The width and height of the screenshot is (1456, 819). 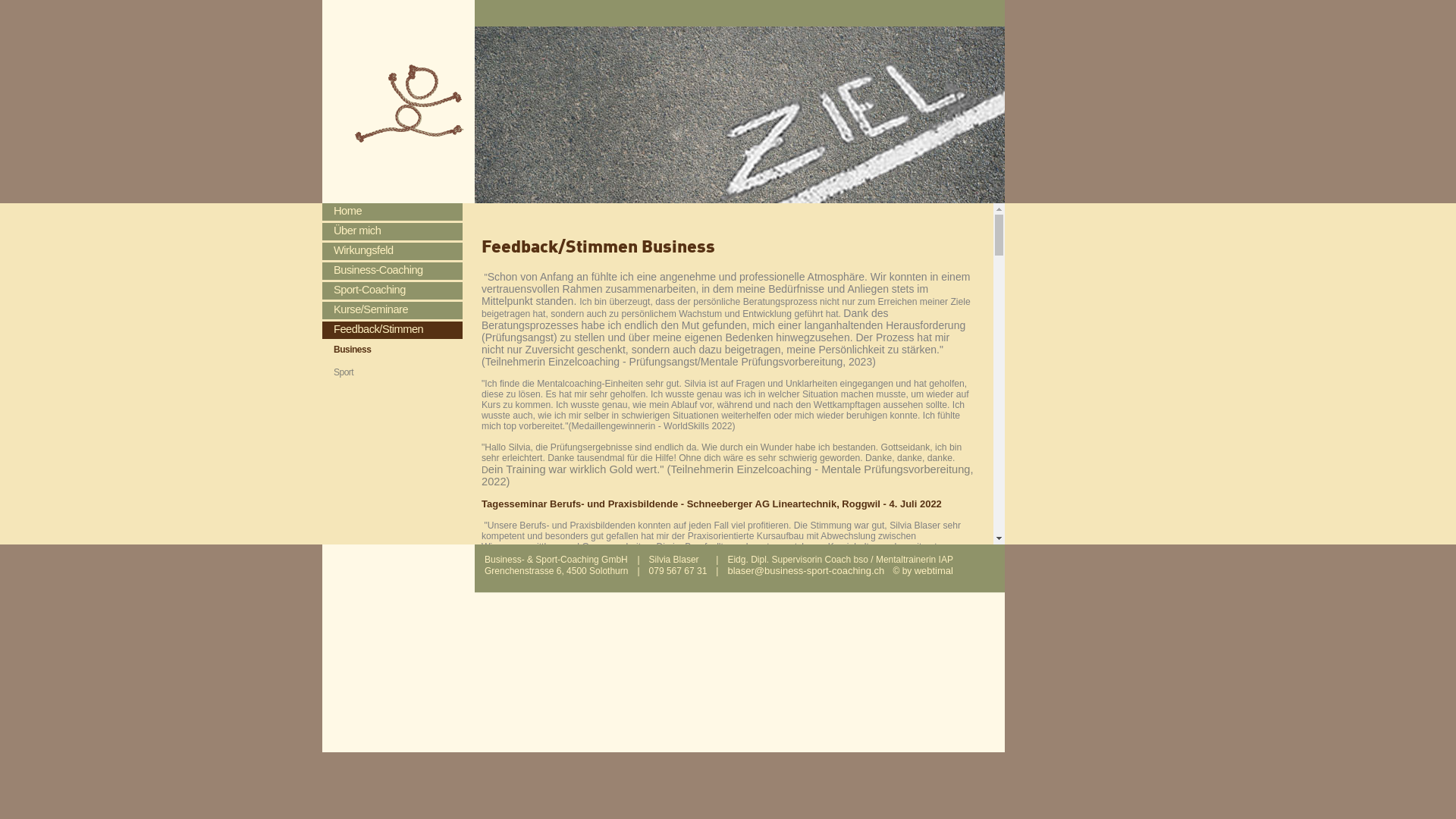 What do you see at coordinates (392, 270) in the screenshot?
I see `'Business-Coaching'` at bounding box center [392, 270].